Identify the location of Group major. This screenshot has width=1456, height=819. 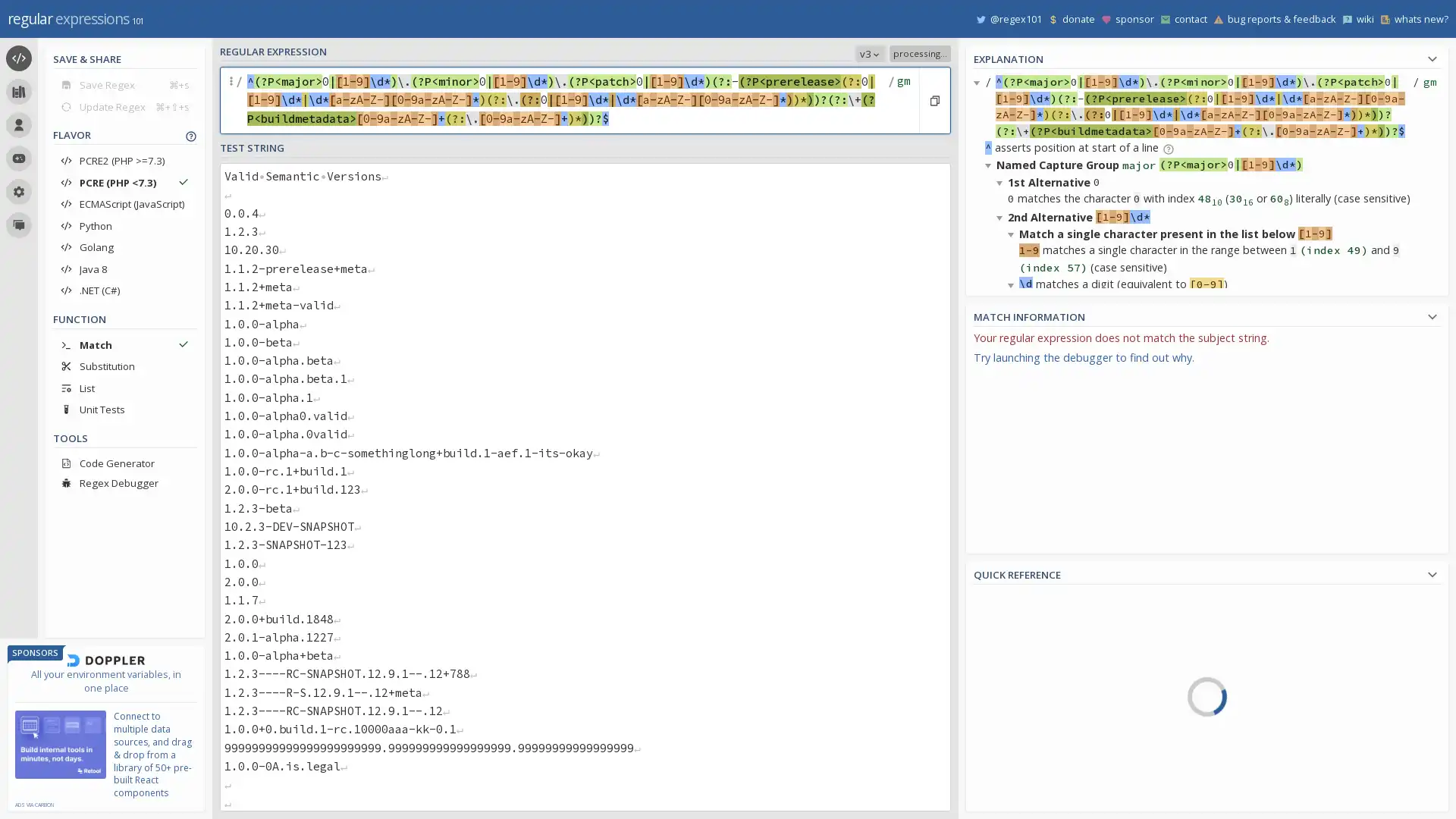
(1014, 500).